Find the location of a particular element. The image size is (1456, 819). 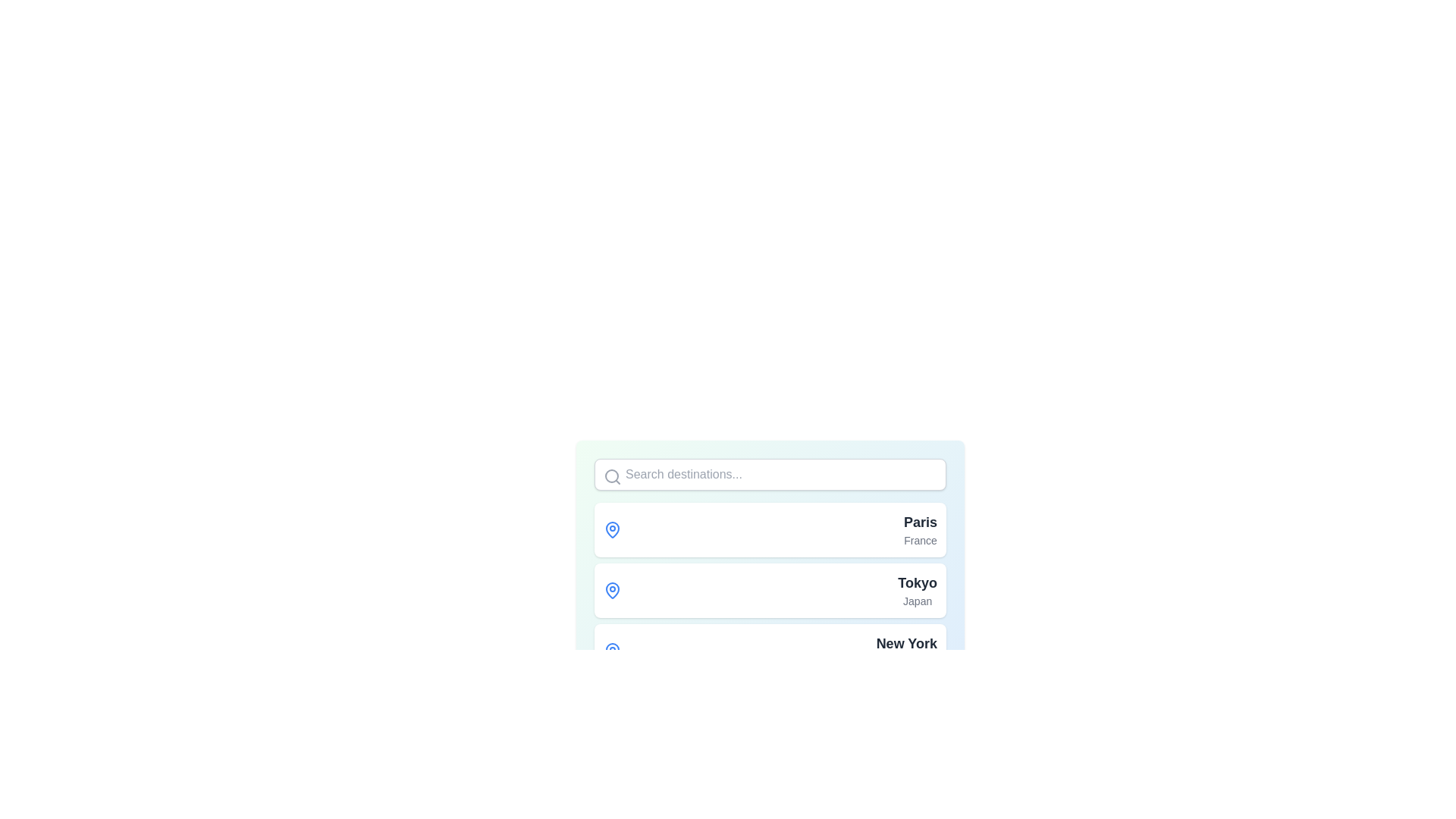

the header text element displaying 'Paris' in bold, larger font, which is dark gray and positioned above the text 'France' in the right-middle region of the interface is located at coordinates (920, 522).